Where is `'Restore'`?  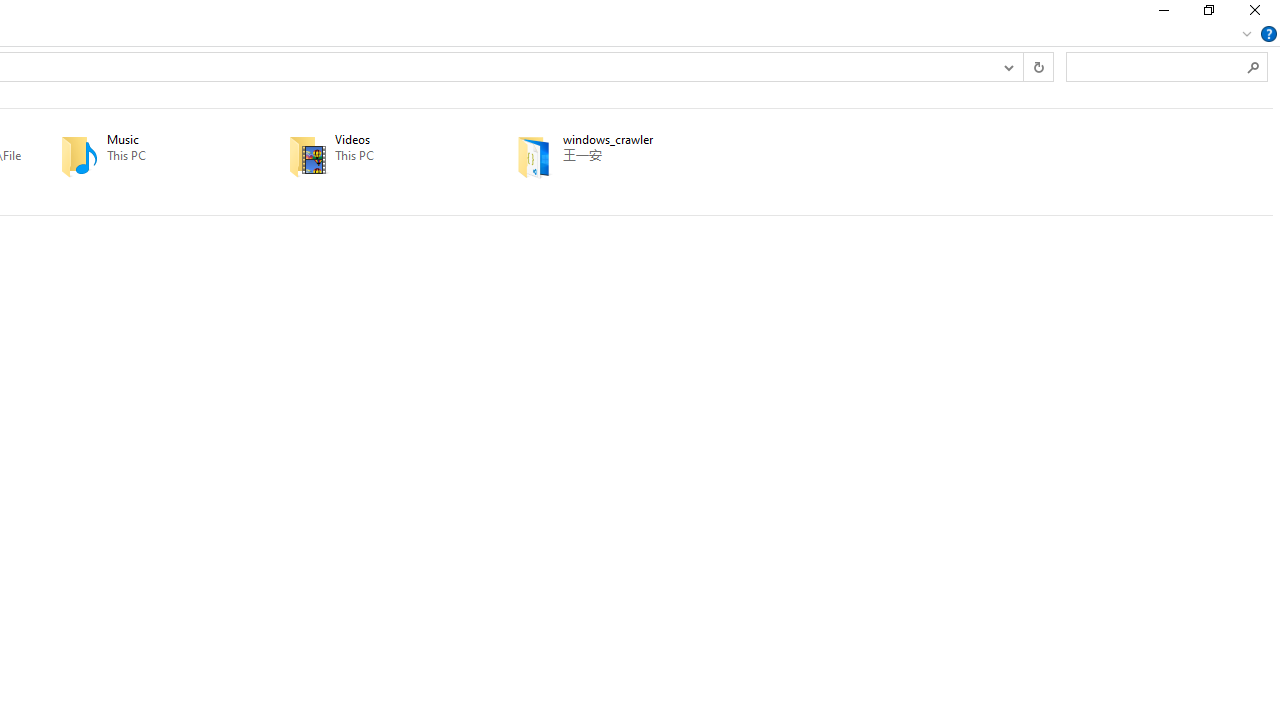 'Restore' is located at coordinates (1207, 15).